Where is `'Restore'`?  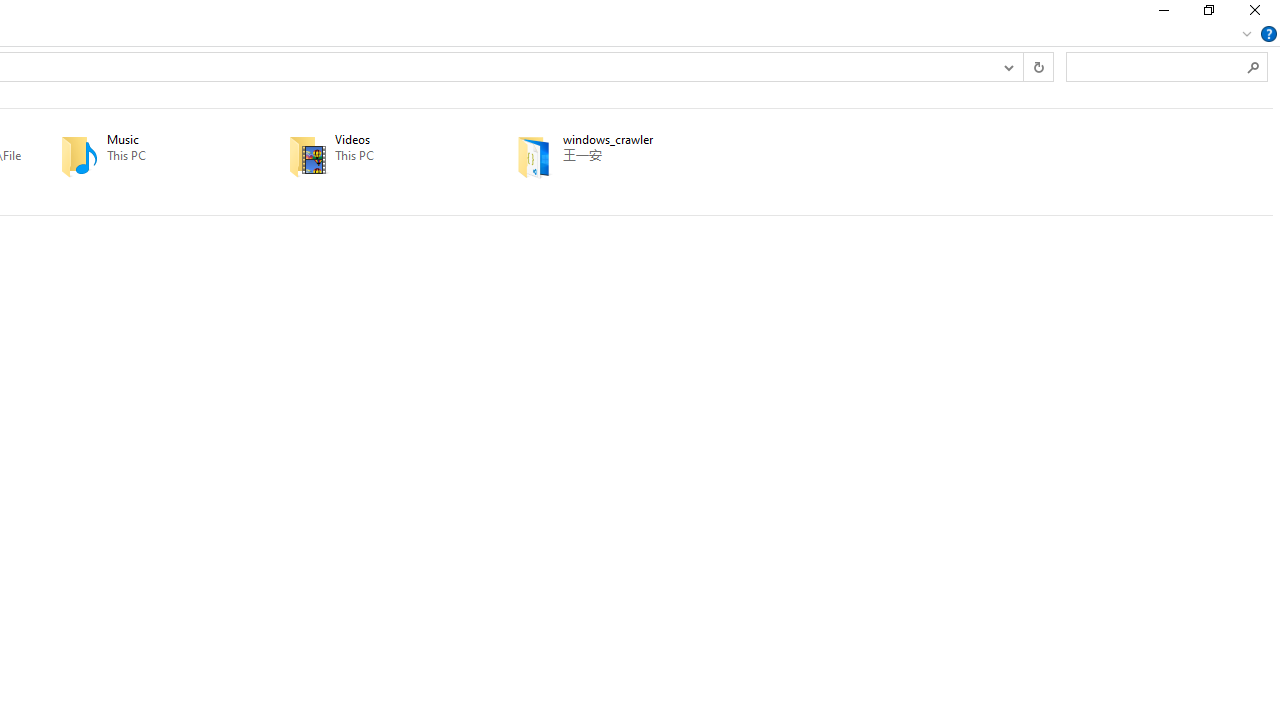 'Restore' is located at coordinates (1207, 15).